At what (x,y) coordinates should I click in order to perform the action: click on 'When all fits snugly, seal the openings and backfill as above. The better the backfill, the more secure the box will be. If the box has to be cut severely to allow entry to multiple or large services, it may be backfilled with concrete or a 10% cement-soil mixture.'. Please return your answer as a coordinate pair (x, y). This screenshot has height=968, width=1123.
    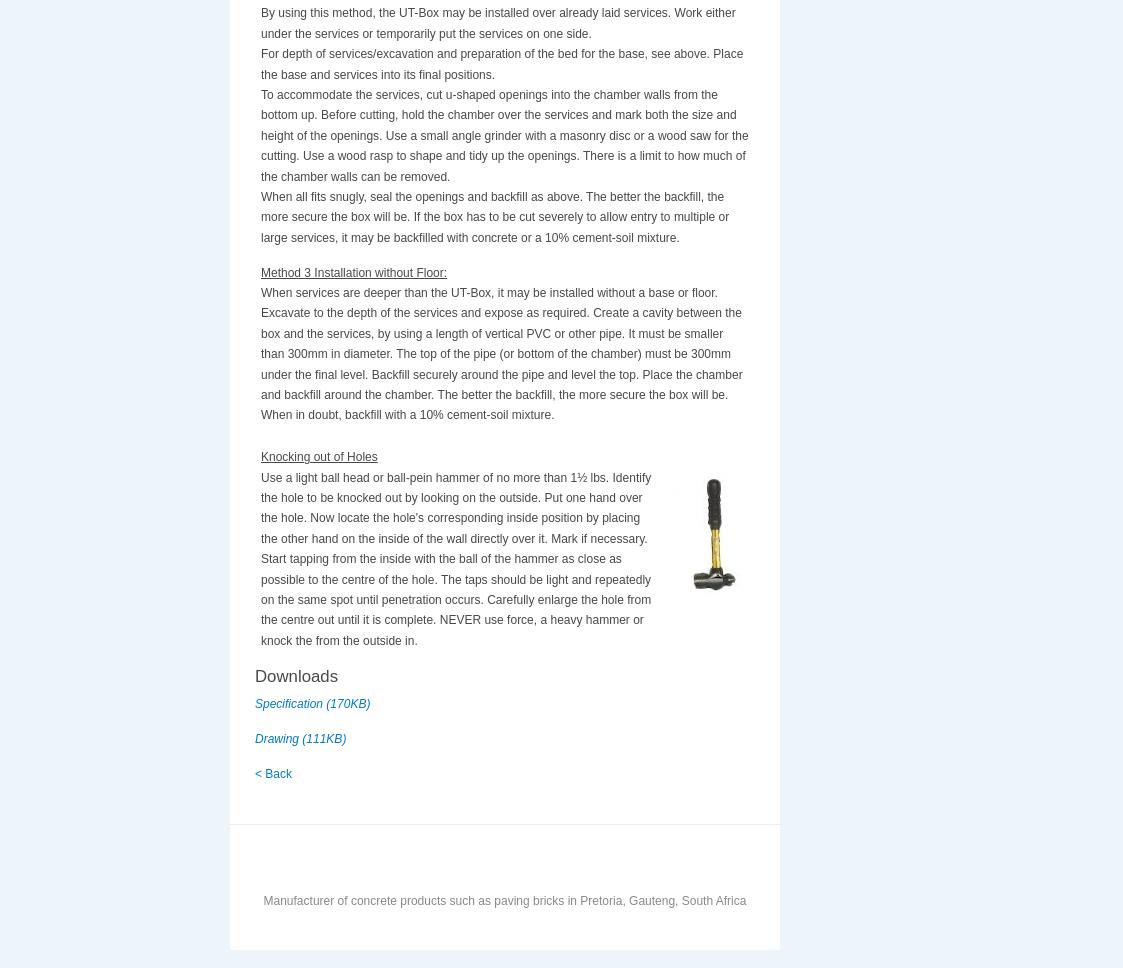
    Looking at the image, I should click on (494, 216).